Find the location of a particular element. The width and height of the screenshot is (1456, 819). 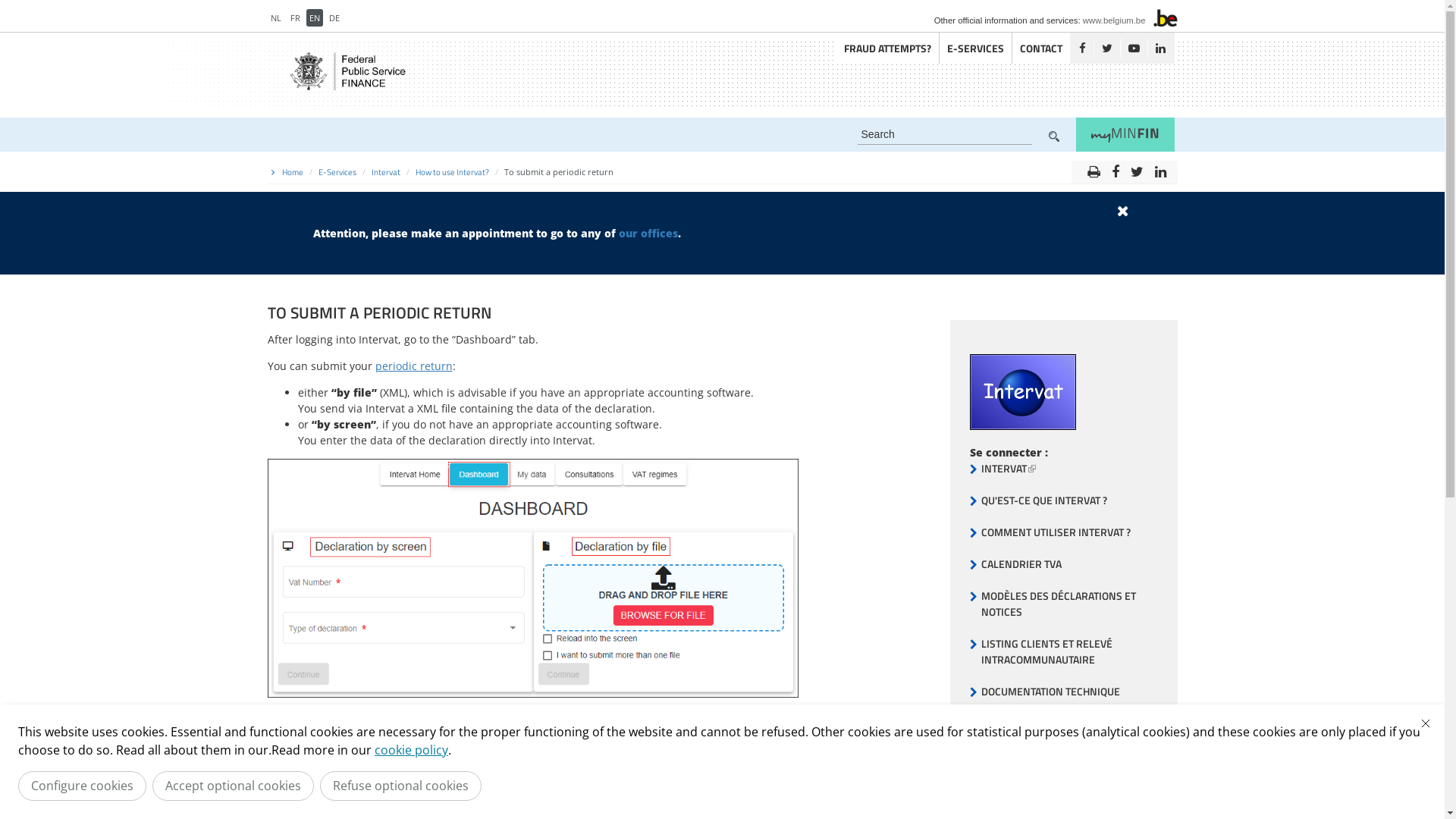

'ENVIRONNEMENT DE TEST is located at coordinates (1047, 786).